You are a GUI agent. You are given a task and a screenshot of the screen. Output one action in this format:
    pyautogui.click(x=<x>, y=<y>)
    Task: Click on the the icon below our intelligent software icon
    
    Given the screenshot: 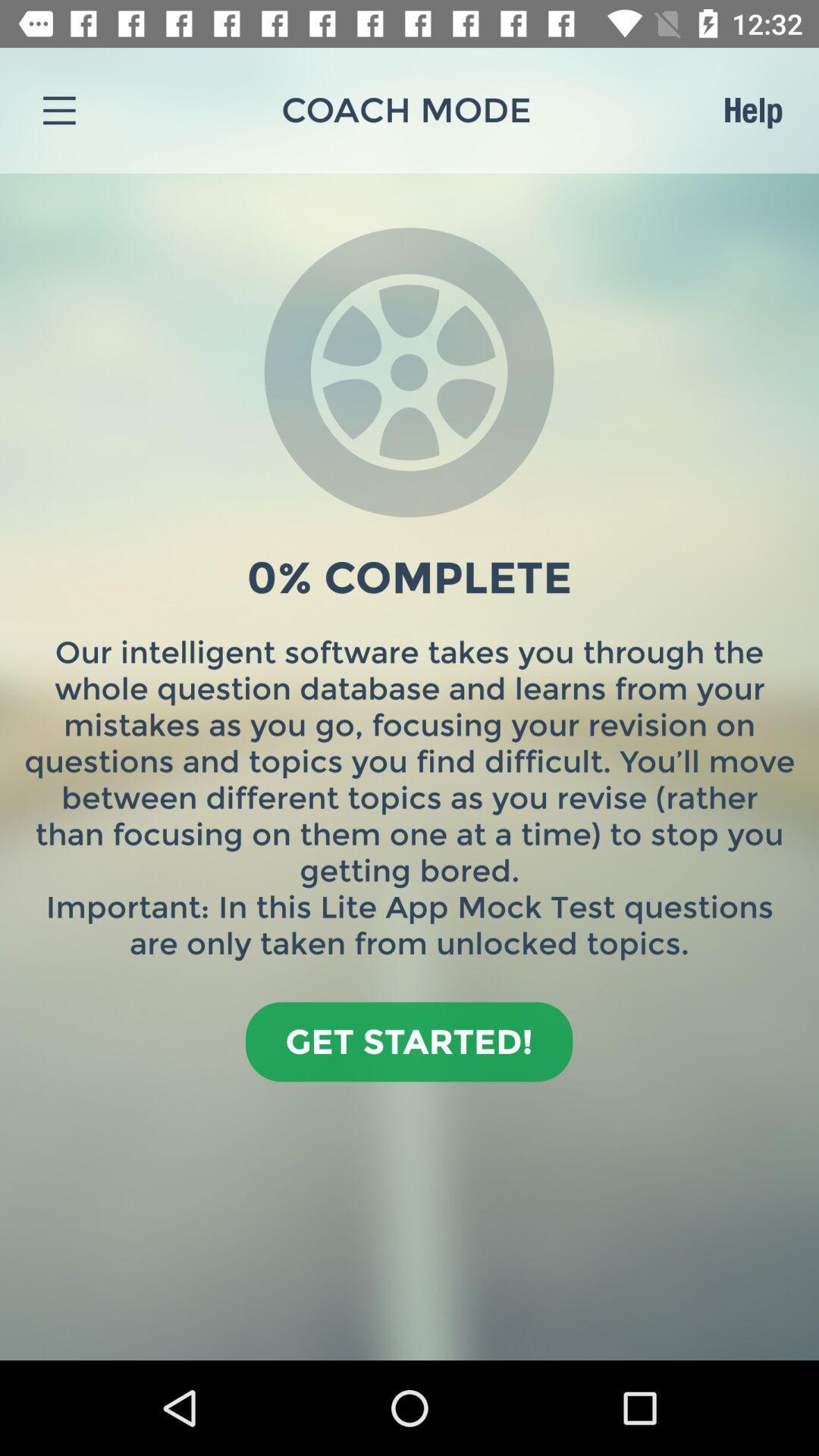 What is the action you would take?
    pyautogui.click(x=408, y=1040)
    